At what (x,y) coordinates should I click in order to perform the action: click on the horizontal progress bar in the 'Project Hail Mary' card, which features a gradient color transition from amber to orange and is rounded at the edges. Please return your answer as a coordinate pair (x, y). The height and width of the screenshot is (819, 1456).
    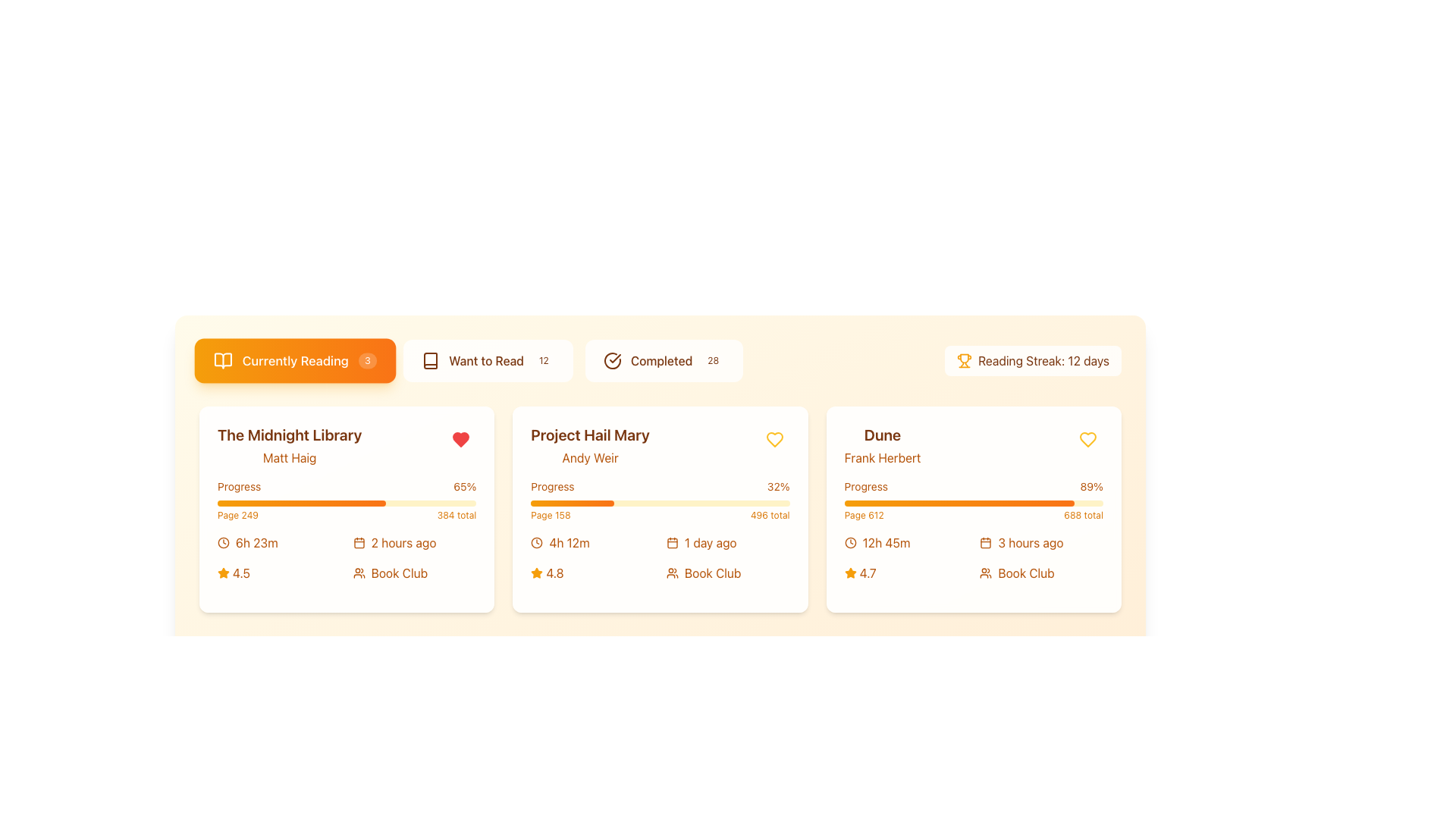
    Looking at the image, I should click on (571, 503).